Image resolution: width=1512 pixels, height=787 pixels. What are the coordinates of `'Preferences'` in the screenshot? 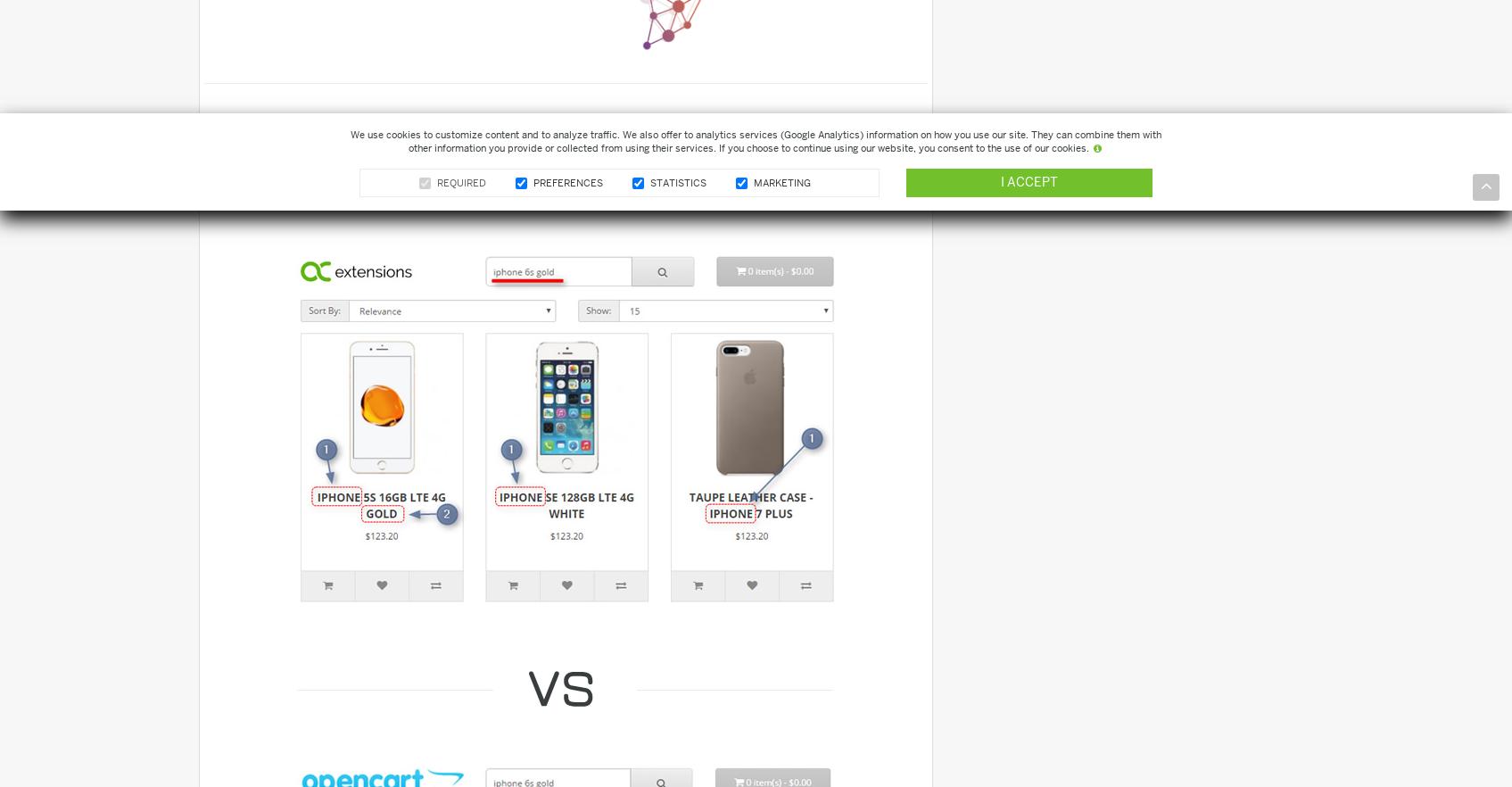 It's located at (531, 182).